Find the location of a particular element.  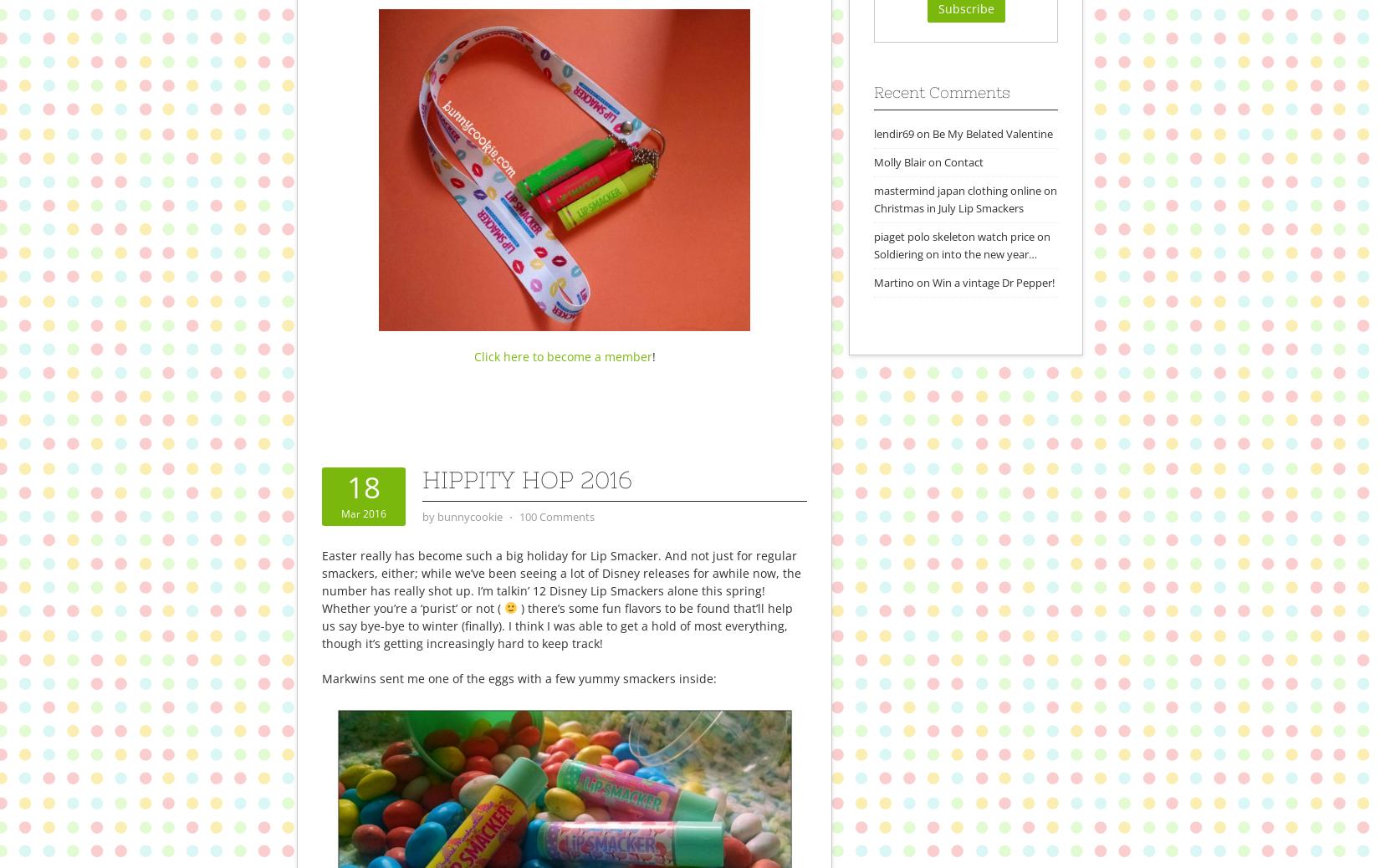

'!' is located at coordinates (652, 355).